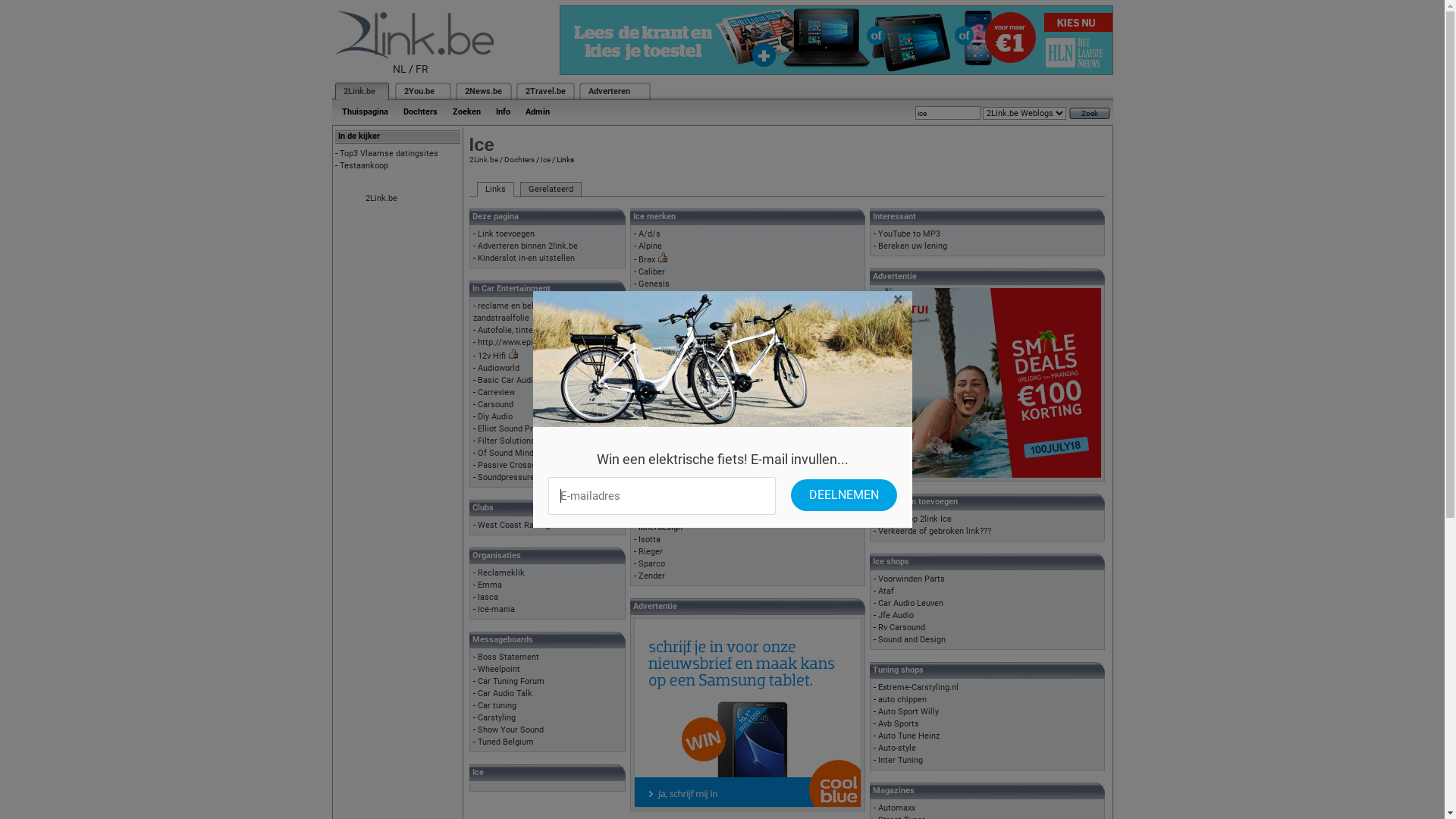 This screenshot has height=819, width=1456. What do you see at coordinates (506, 441) in the screenshot?
I see `'Filter Solutions'` at bounding box center [506, 441].